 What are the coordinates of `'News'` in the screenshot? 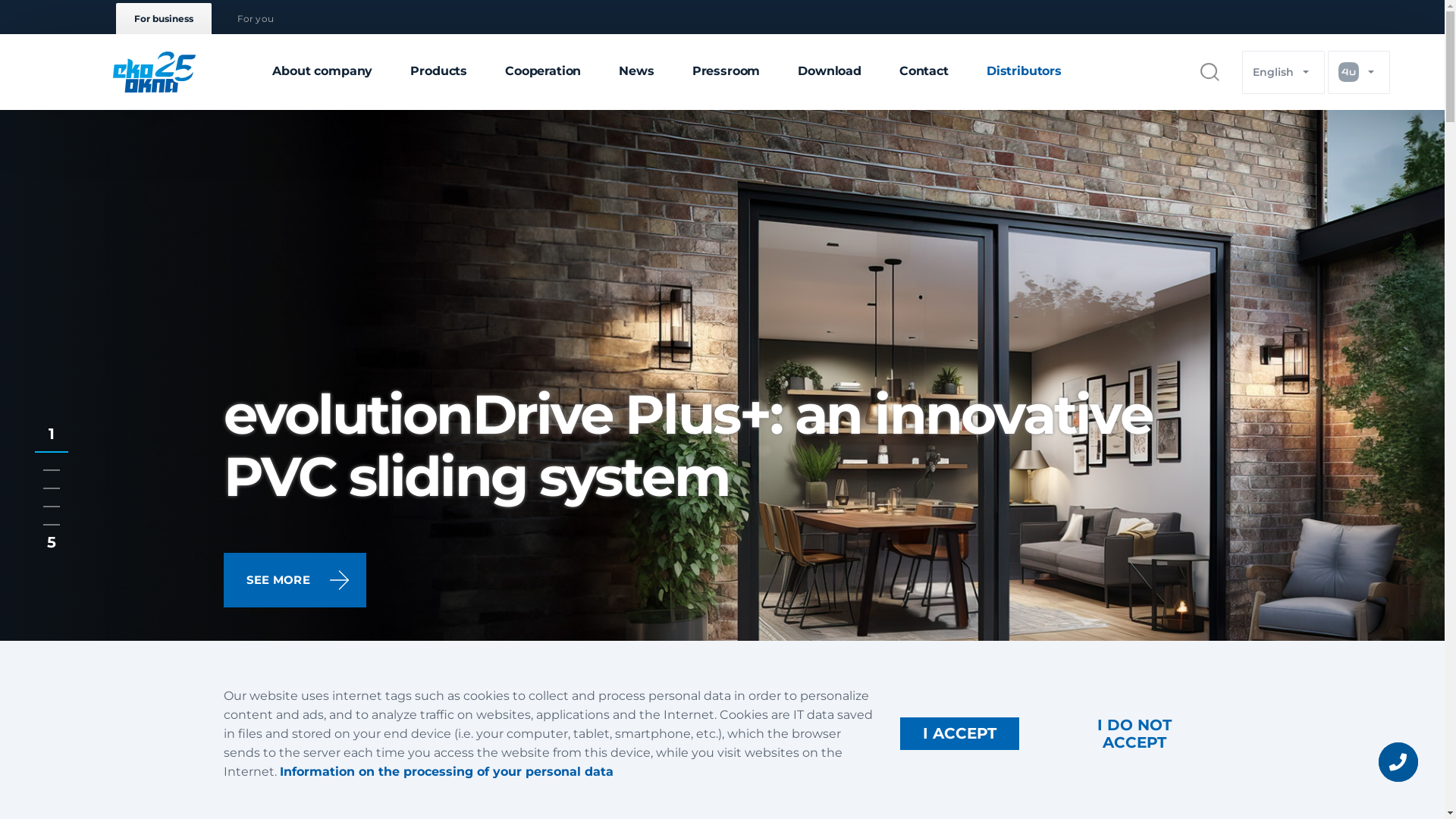 It's located at (636, 72).